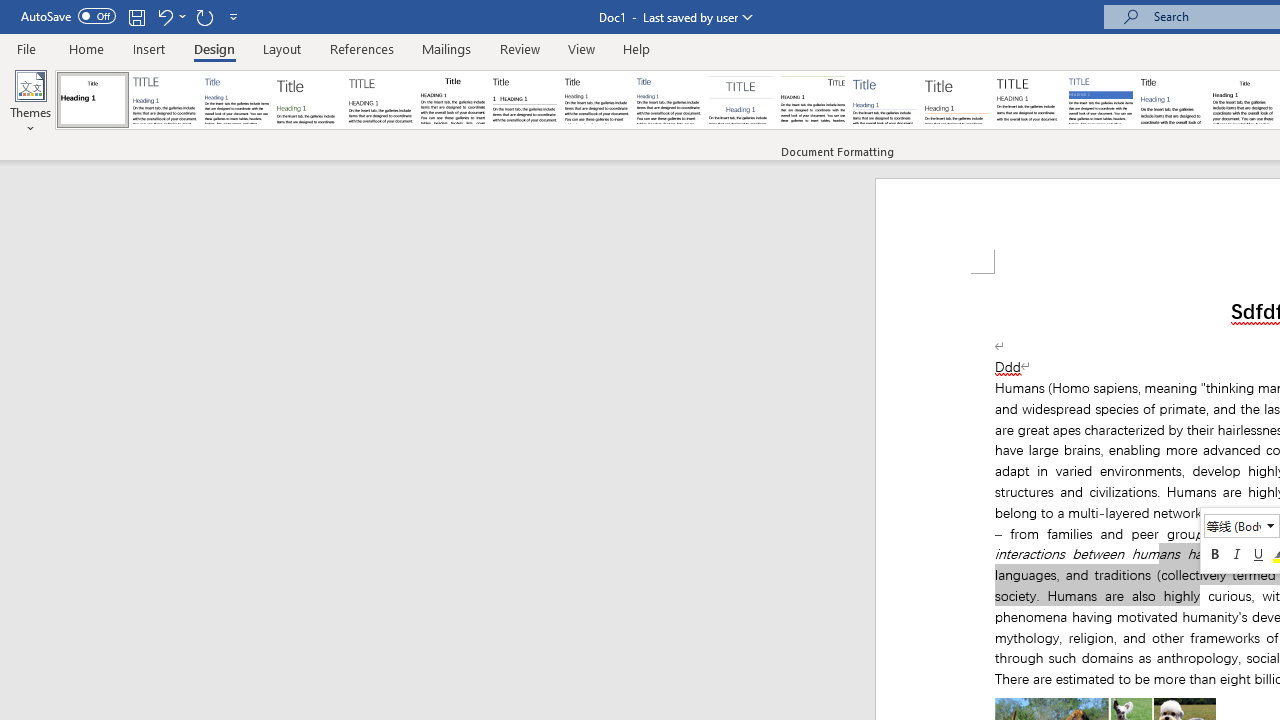 This screenshot has width=1280, height=720. What do you see at coordinates (236, 100) in the screenshot?
I see `'Basic (Simple)'` at bounding box center [236, 100].